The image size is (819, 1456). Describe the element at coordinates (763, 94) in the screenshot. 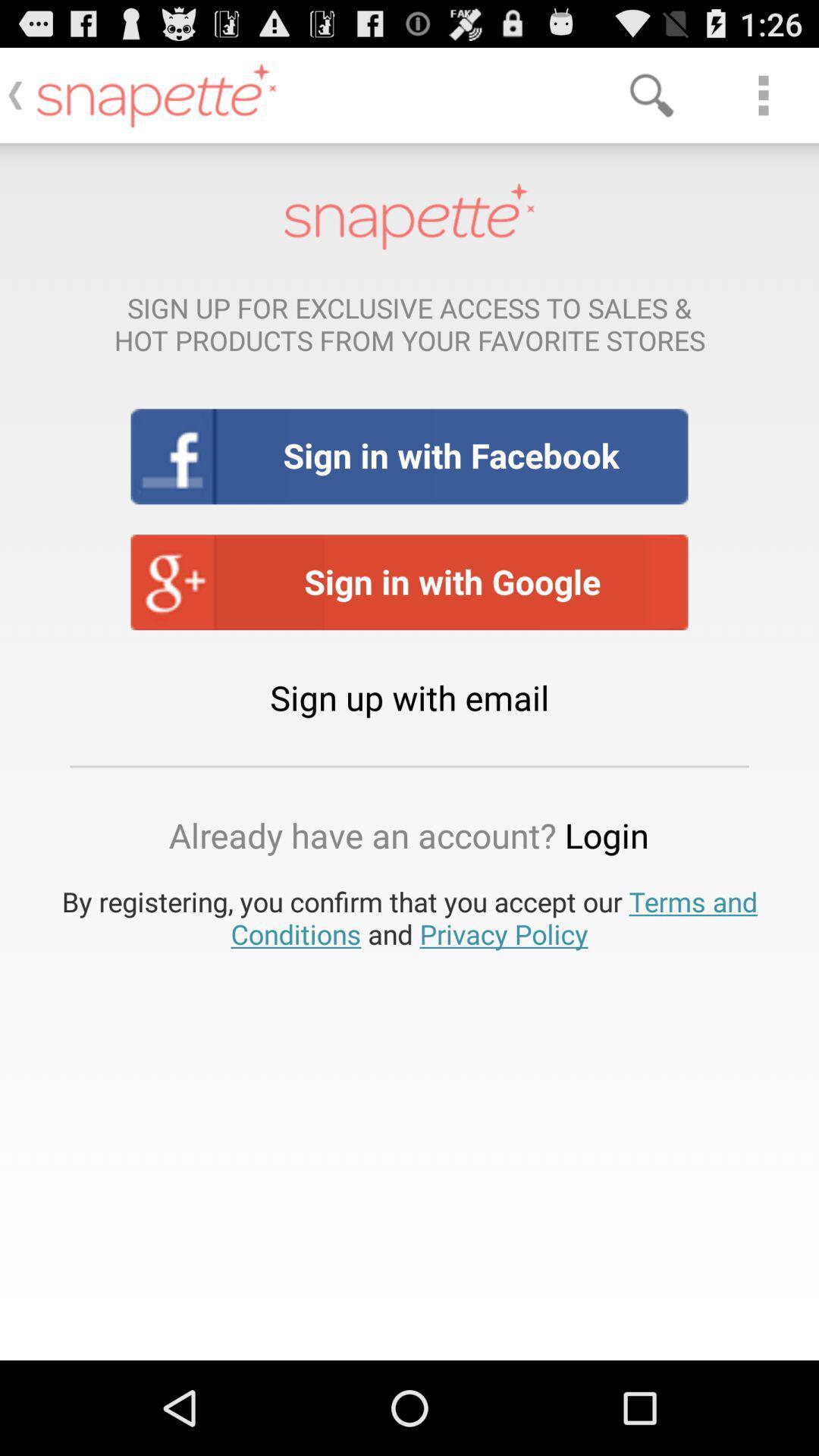

I see `item above the sign up for icon` at that location.